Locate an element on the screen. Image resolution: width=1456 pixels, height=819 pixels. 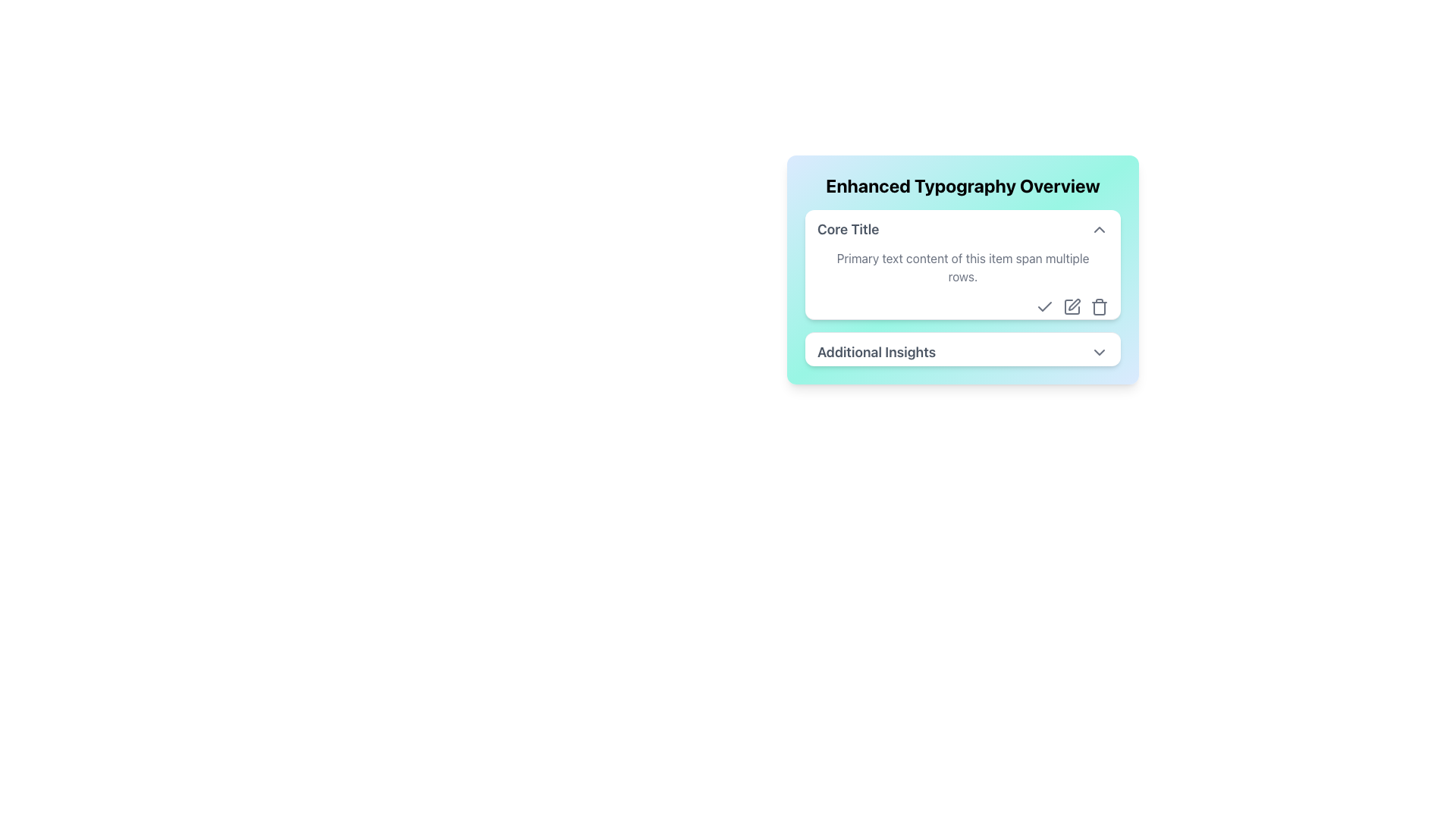
the edit button, which is a square icon with a pencil overlay located in the bottom-right corner of the card, between a green hover icon and a red hover icon is located at coordinates (1072, 307).